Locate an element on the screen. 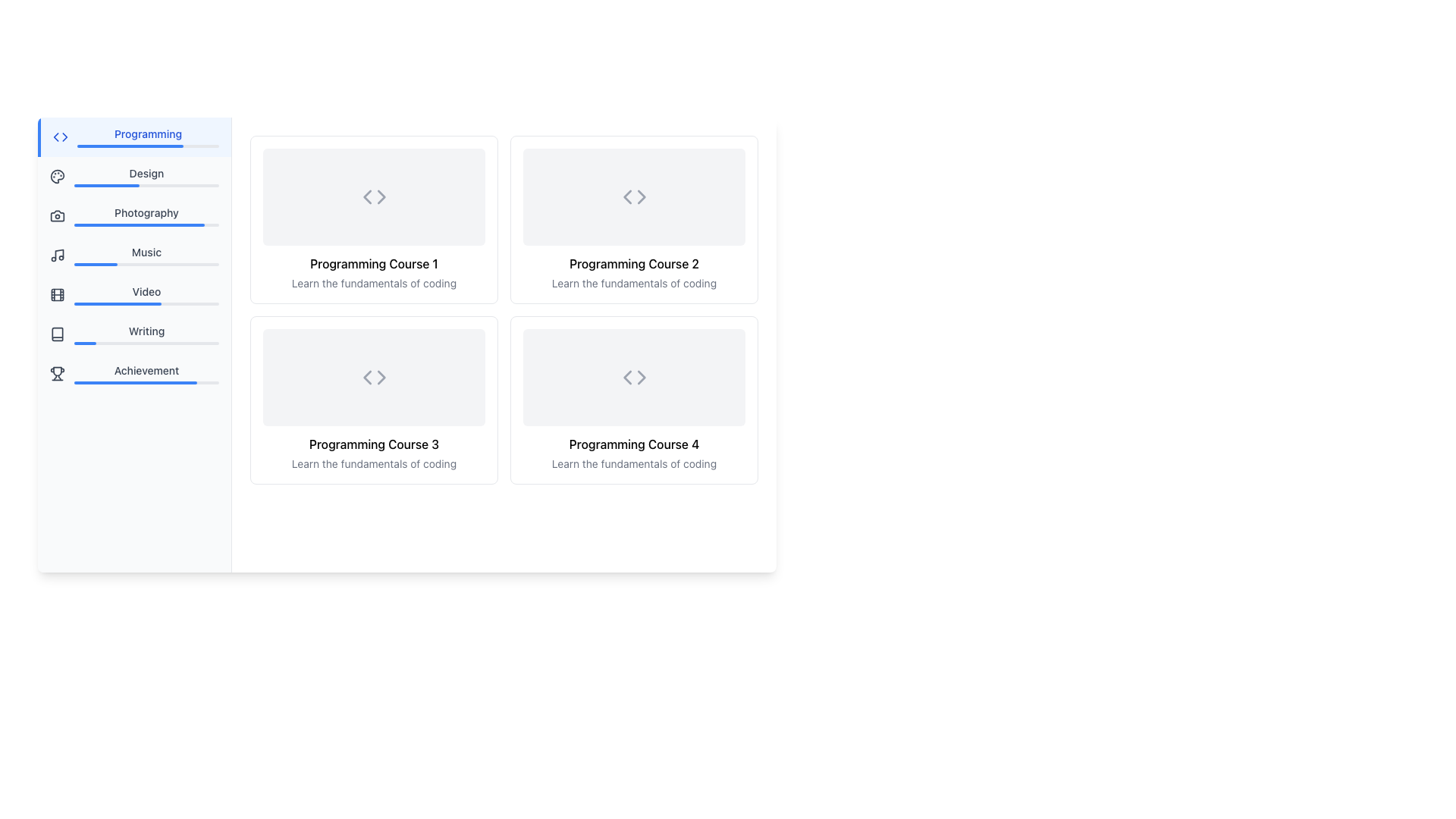  the progress bar is located at coordinates (205, 304).